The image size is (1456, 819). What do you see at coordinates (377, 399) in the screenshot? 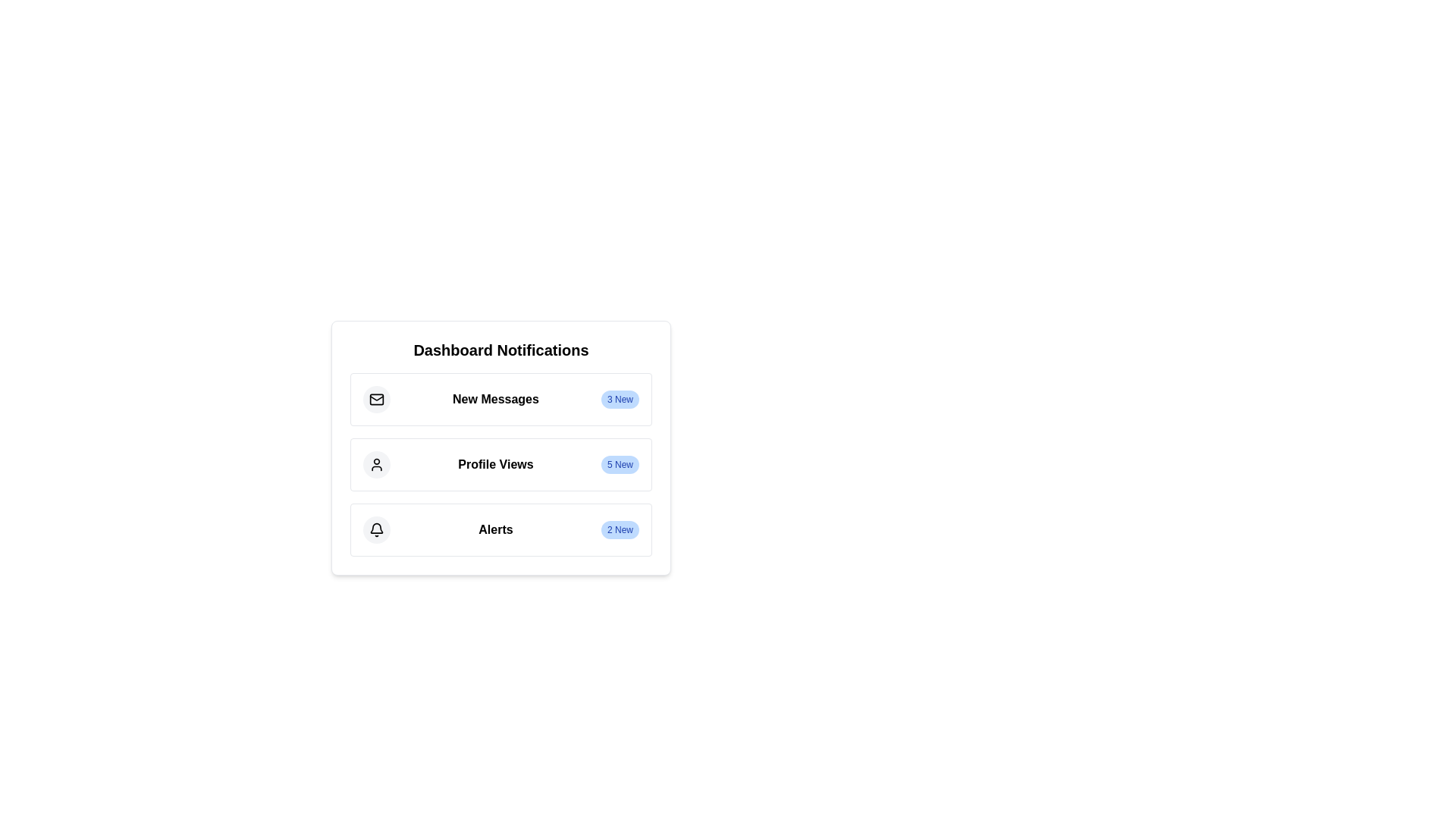
I see `the black outlined envelope icon located in the topmost row of the notification list, next to the text 'New Messages' and opposite the '3 New' badge, to interact with notifications` at bounding box center [377, 399].